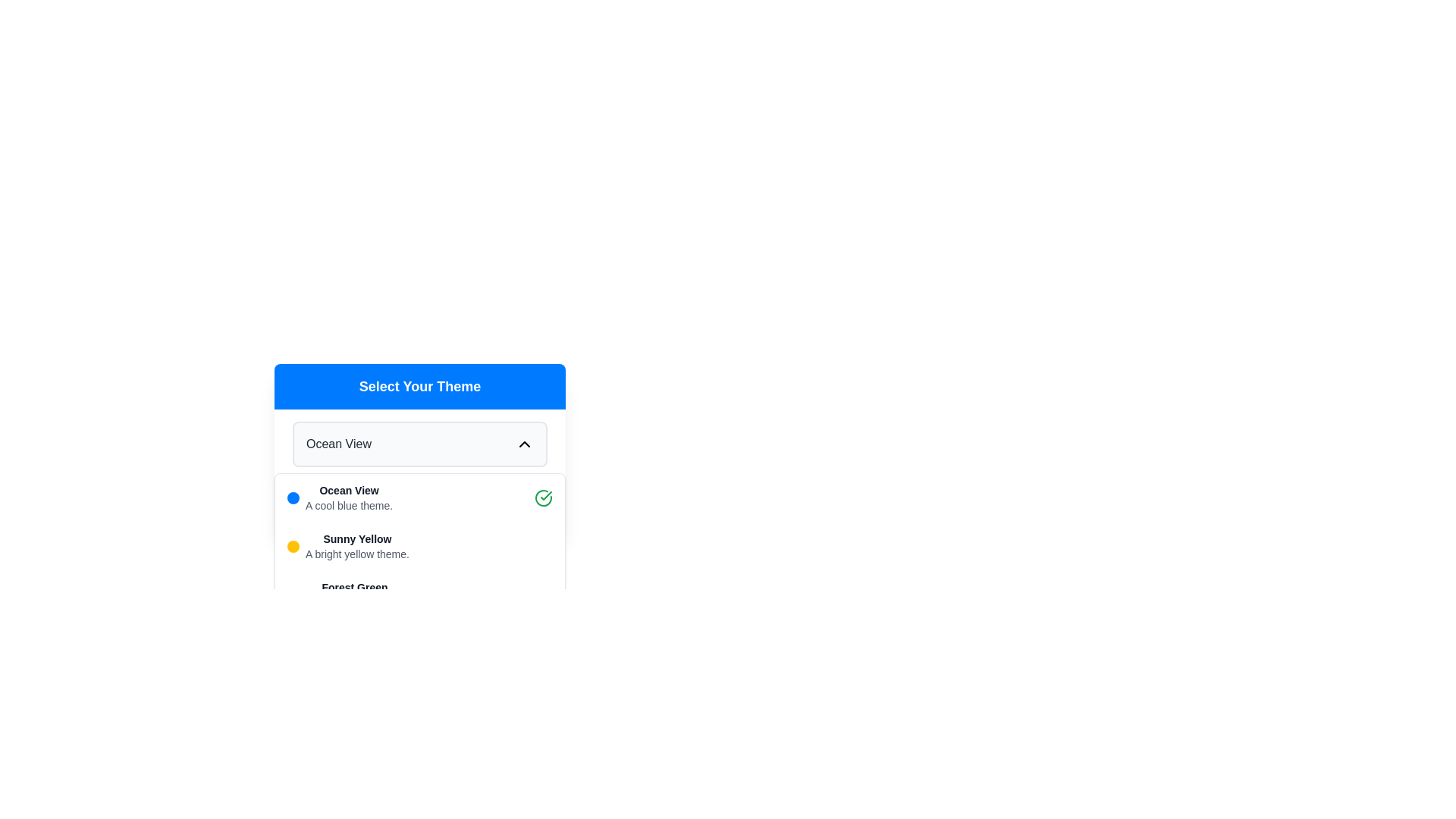 This screenshot has height=819, width=1456. Describe the element at coordinates (419, 385) in the screenshot. I see `the header element with the text 'Select Your Theme', which is styled with a white font color on a bold blue background and located centrally at the top of a section` at that location.